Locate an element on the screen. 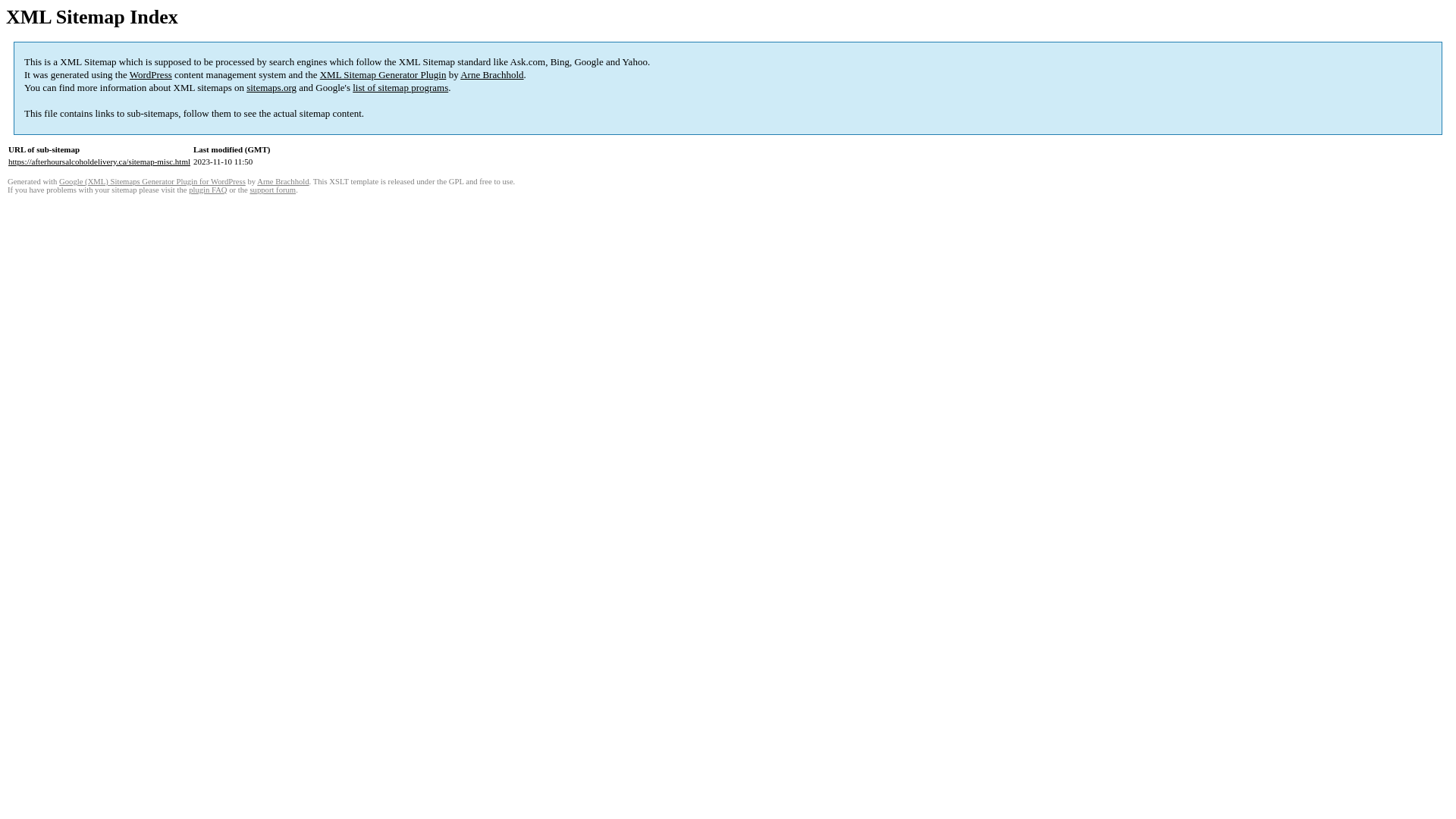  'Arne Brachhold' is located at coordinates (491, 74).